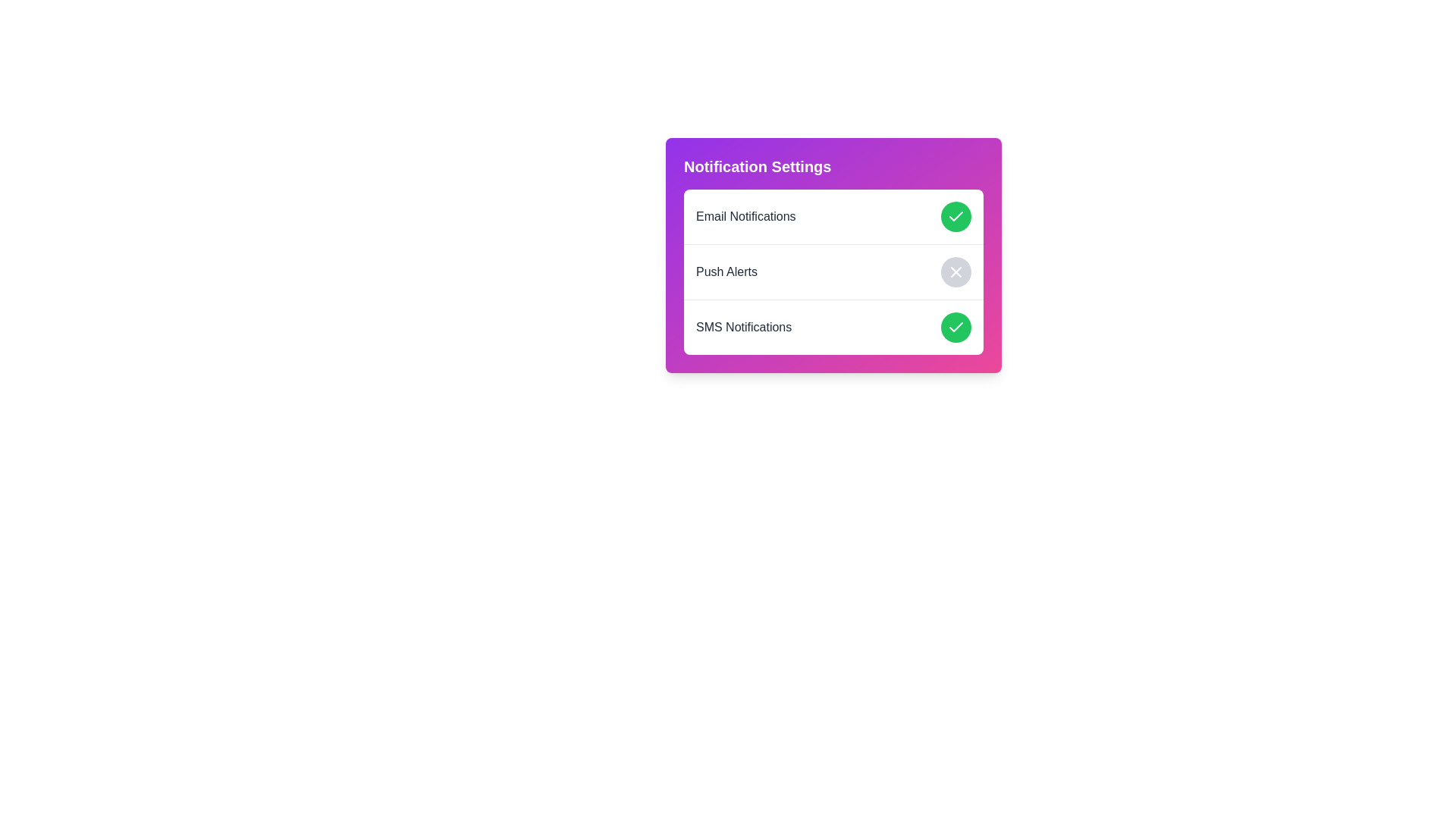 Image resolution: width=1456 pixels, height=819 pixels. What do you see at coordinates (955, 216) in the screenshot?
I see `the circular icon button with a green background and white check mark` at bounding box center [955, 216].